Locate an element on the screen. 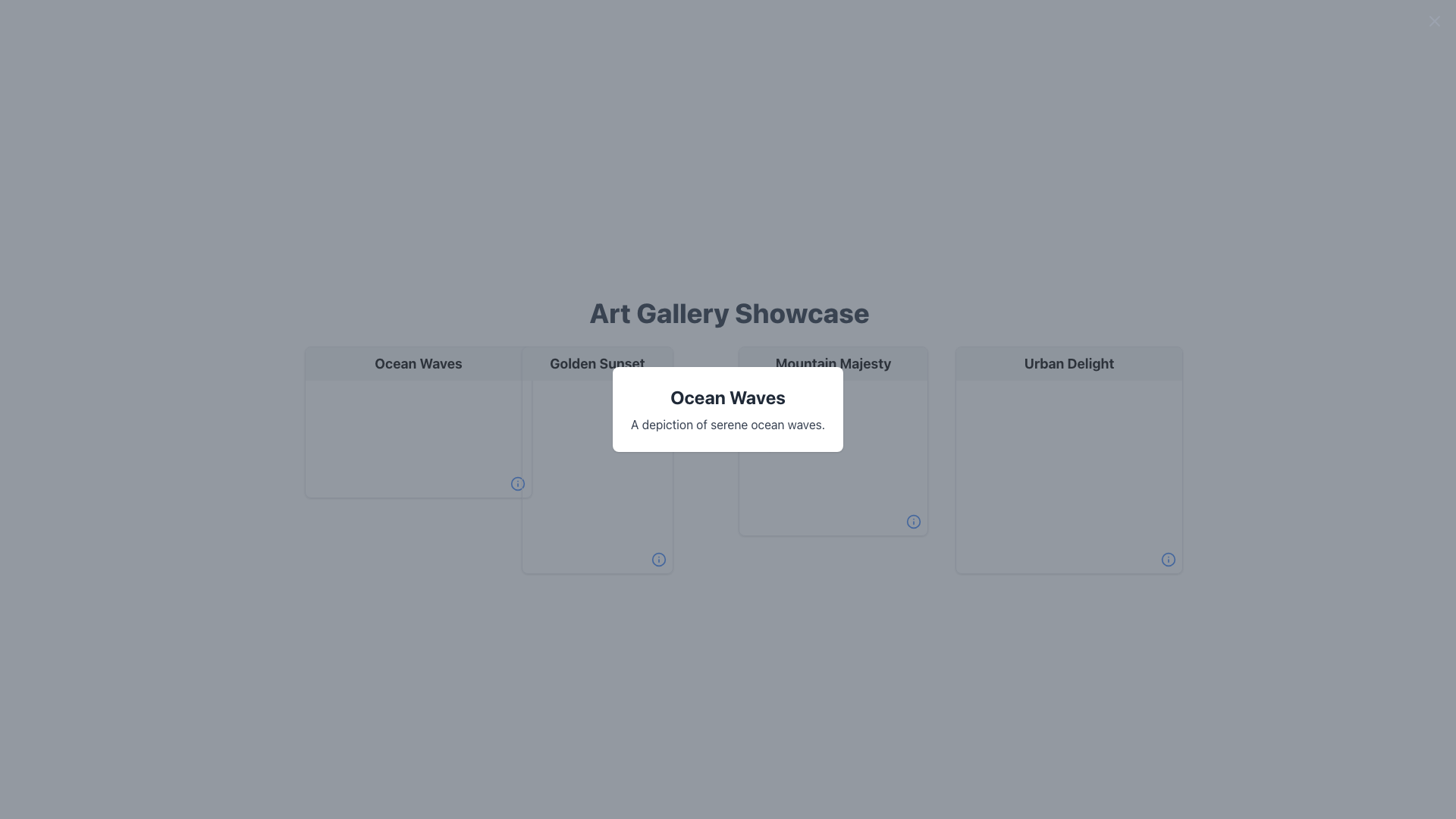 This screenshot has height=819, width=1456. the prominently styled text header reading 'Art Gallery Showcase', which is centered at the top of the section with large bold typography is located at coordinates (729, 312).